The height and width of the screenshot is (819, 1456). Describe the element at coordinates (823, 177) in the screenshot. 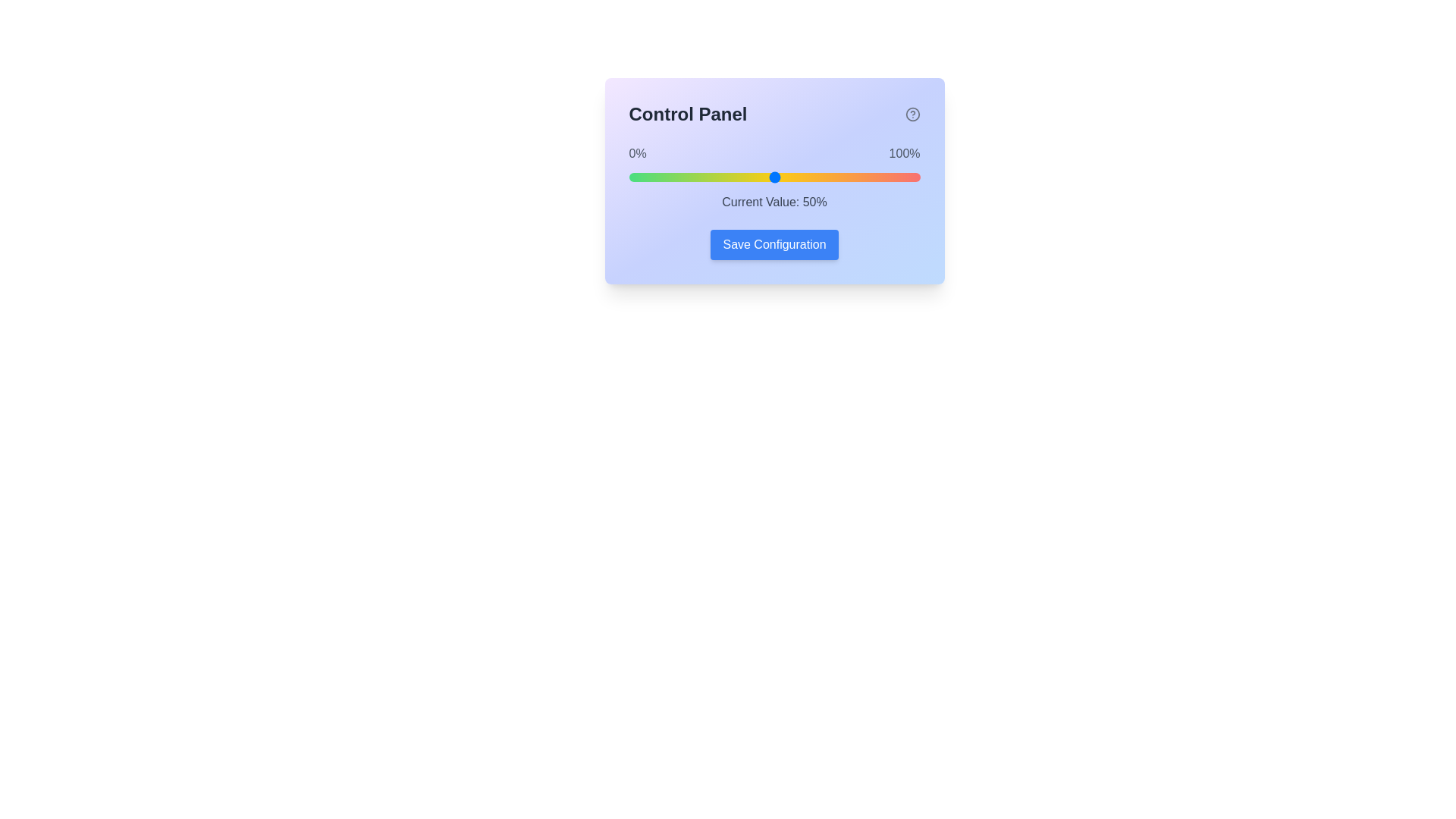

I see `the slider to set the value to 67%` at that location.